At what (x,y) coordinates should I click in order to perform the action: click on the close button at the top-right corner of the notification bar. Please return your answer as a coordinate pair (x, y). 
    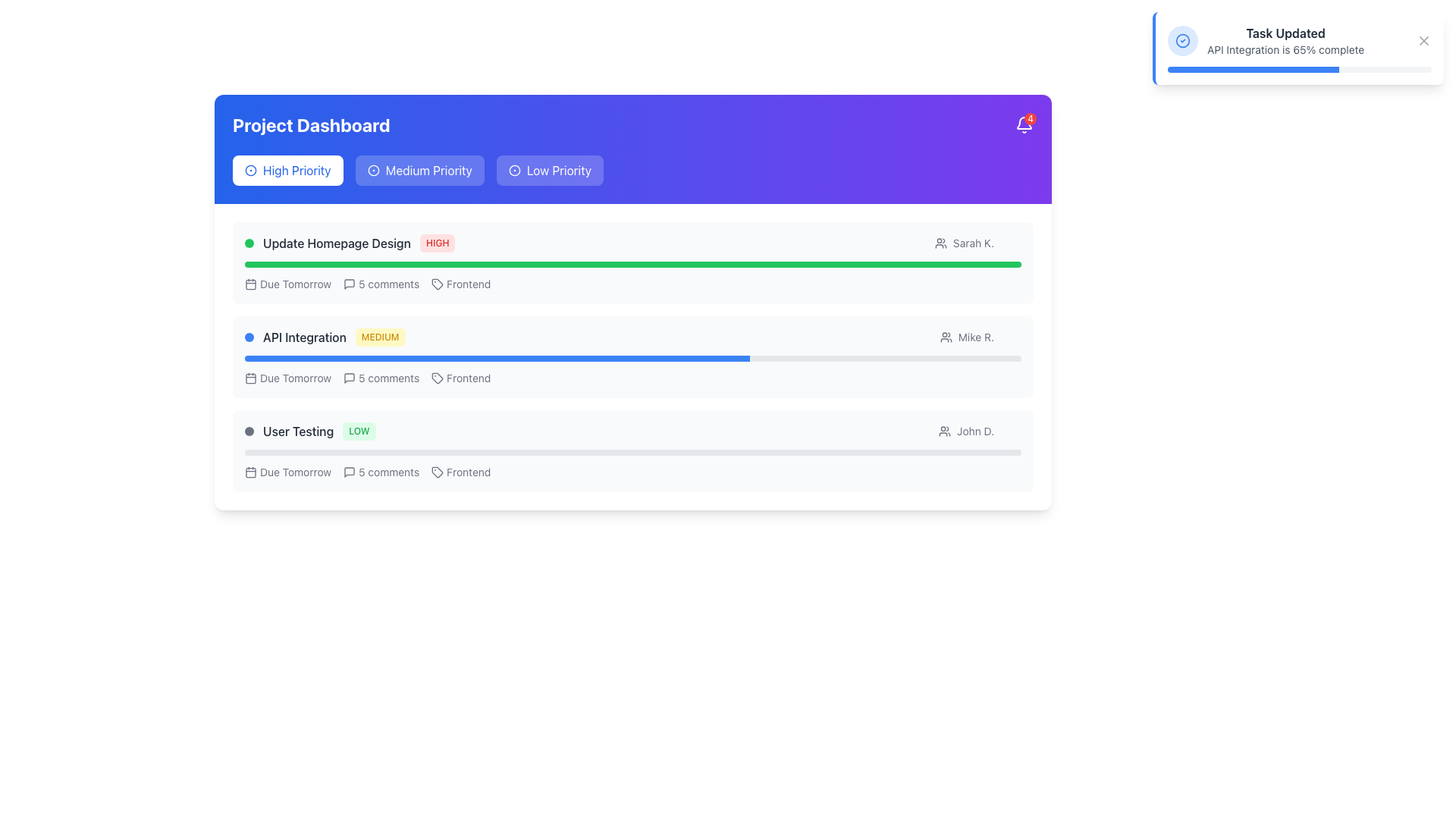
    Looking at the image, I should click on (1423, 40).